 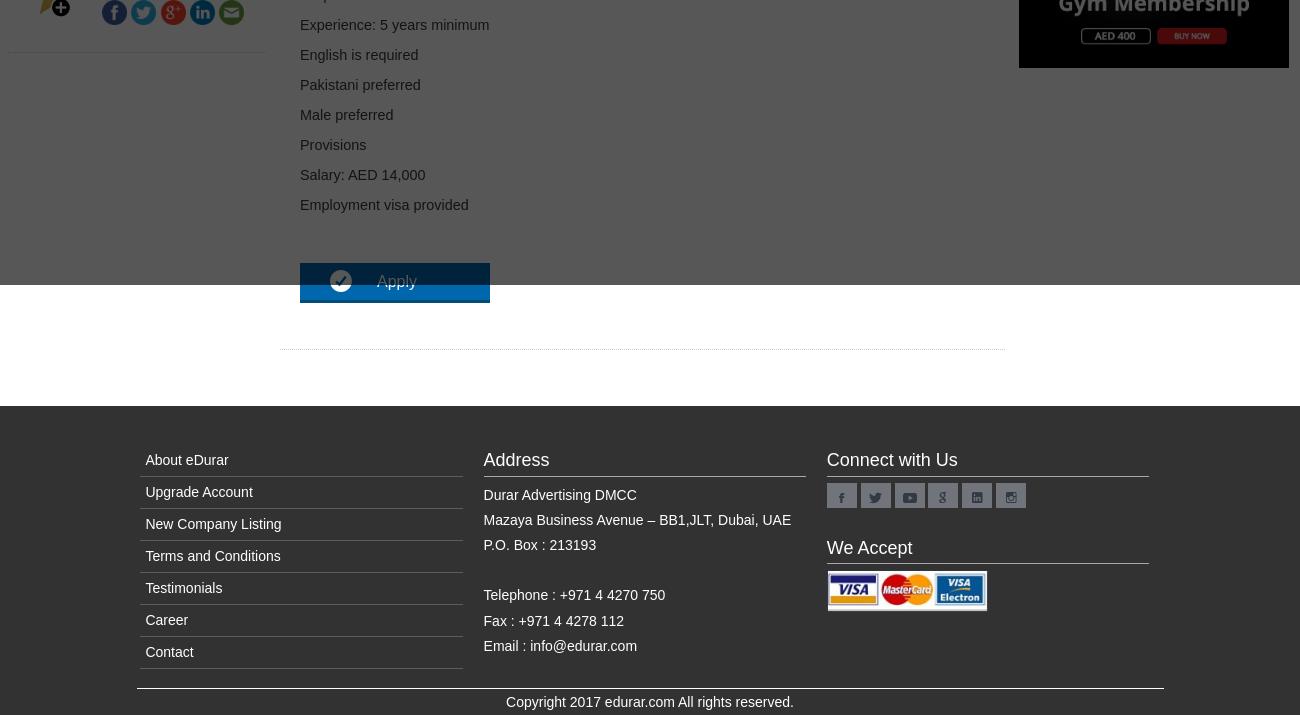 I want to click on 'Salary: AED 14,000', so click(x=361, y=175).